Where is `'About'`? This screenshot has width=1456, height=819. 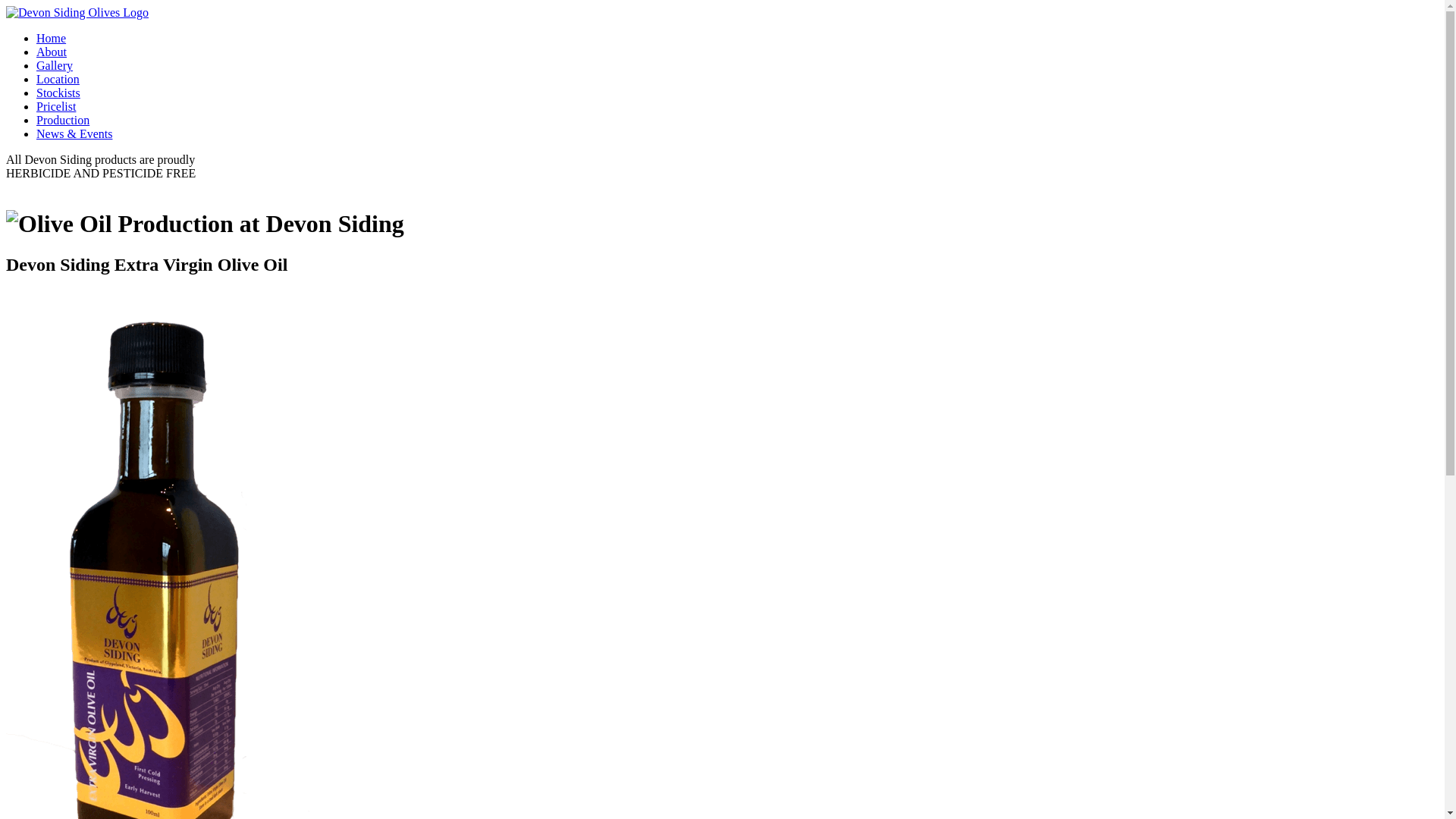
'About' is located at coordinates (51, 51).